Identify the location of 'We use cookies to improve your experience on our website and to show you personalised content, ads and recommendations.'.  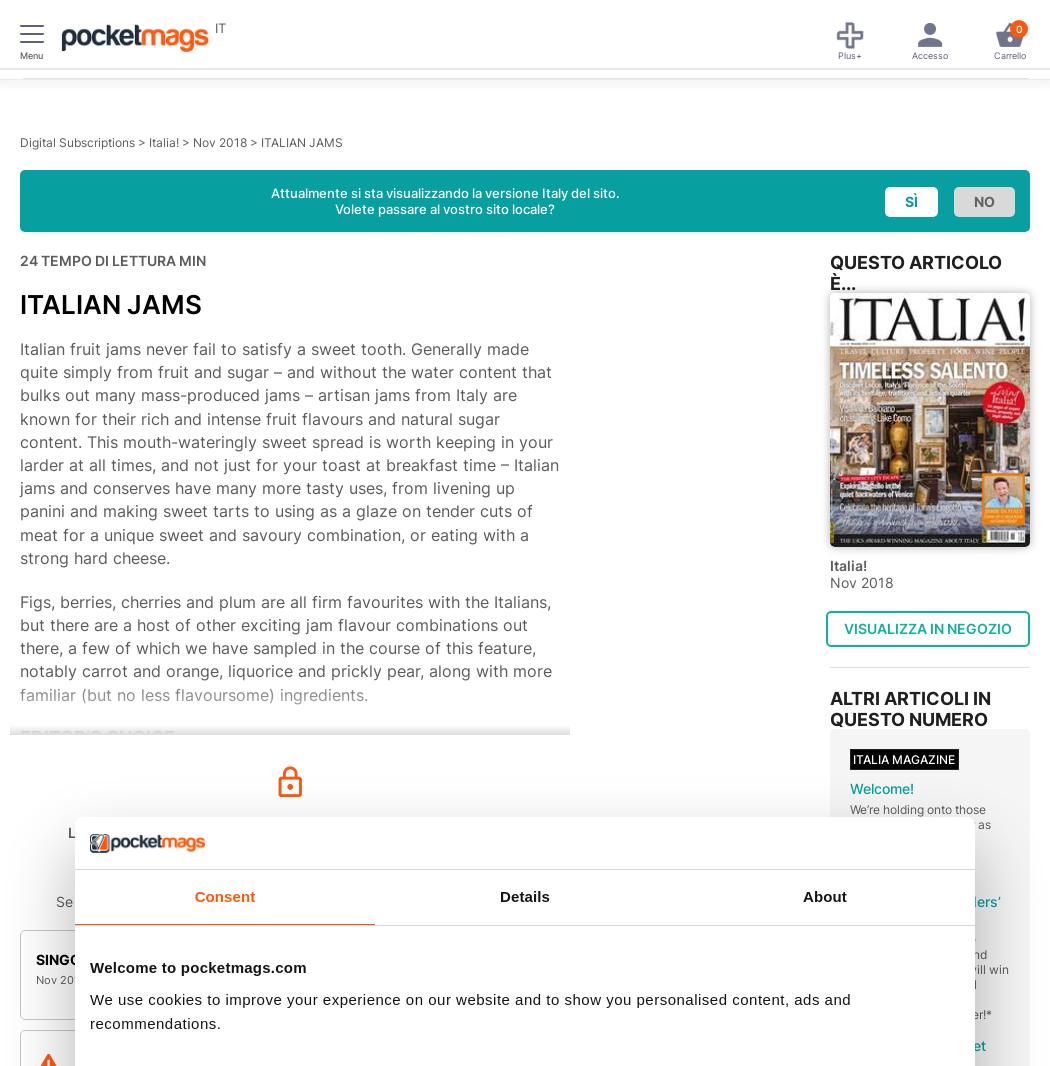
(470, 1010).